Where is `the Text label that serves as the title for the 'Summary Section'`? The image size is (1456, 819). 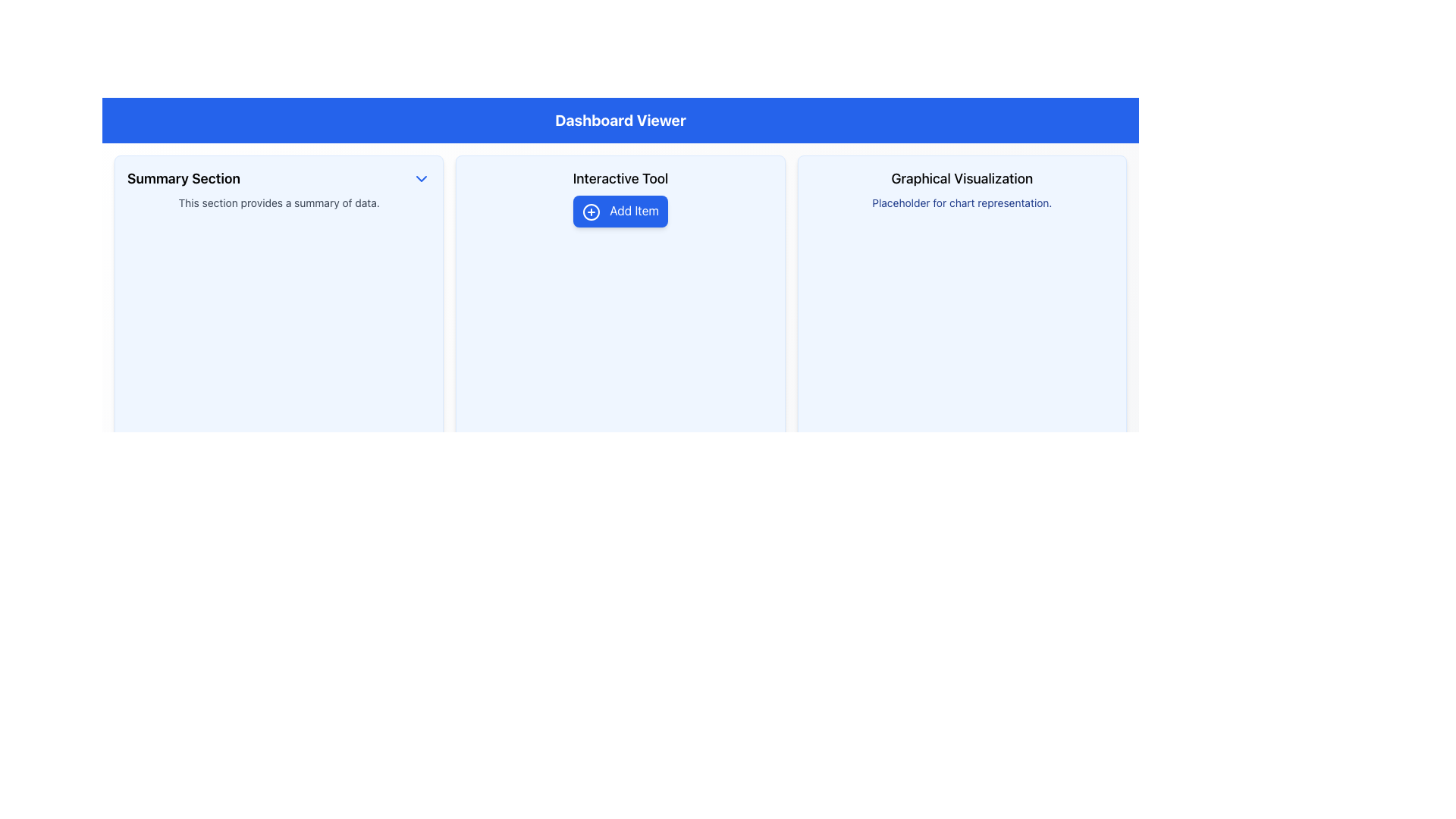
the Text label that serves as the title for the 'Summary Section' is located at coordinates (183, 177).